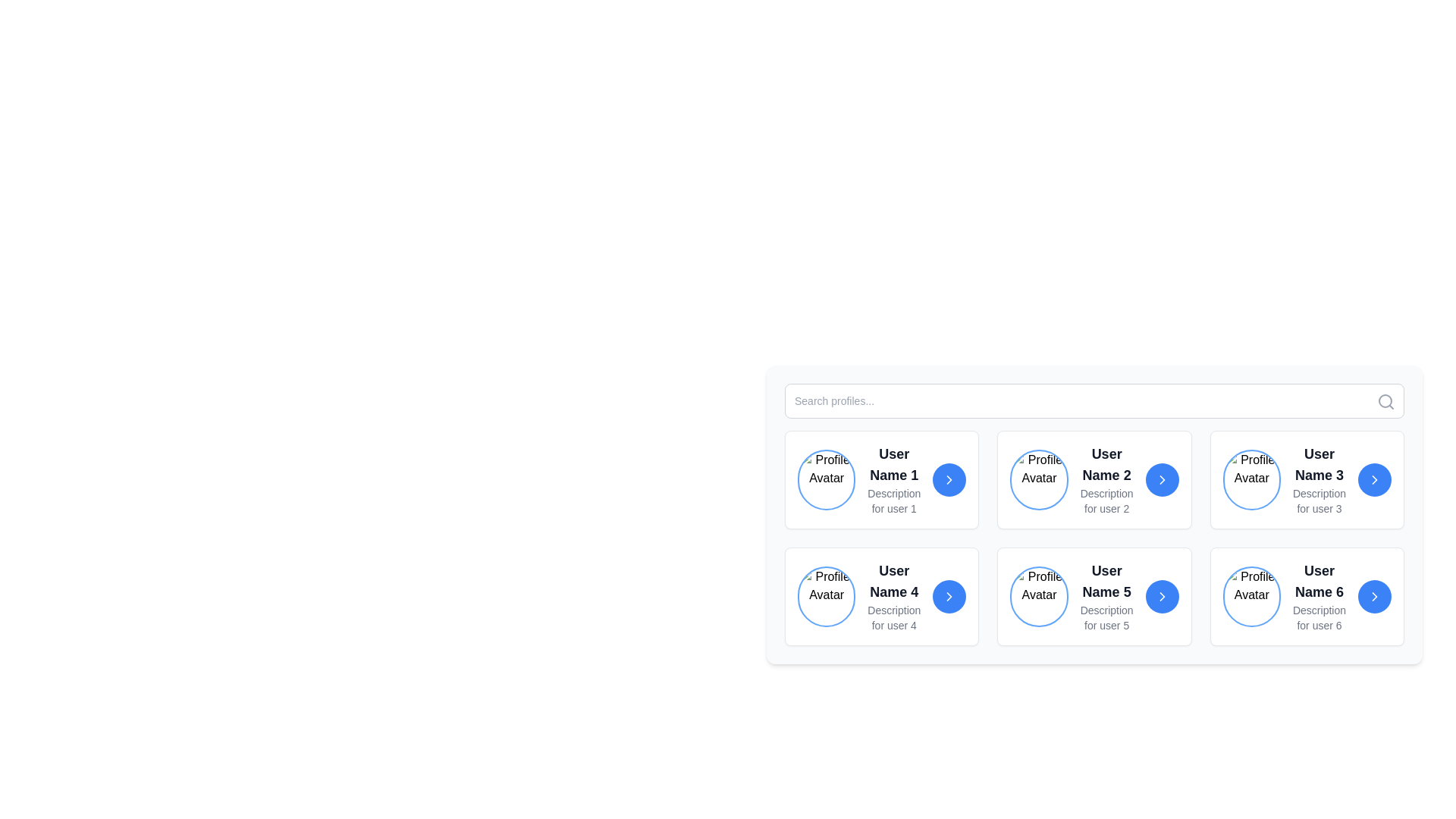 The width and height of the screenshot is (1456, 819). What do you see at coordinates (1375, 595) in the screenshot?
I see `the chevron icon located within the circular button at the bottom-right corner of the user card for 'User Name 6'` at bounding box center [1375, 595].